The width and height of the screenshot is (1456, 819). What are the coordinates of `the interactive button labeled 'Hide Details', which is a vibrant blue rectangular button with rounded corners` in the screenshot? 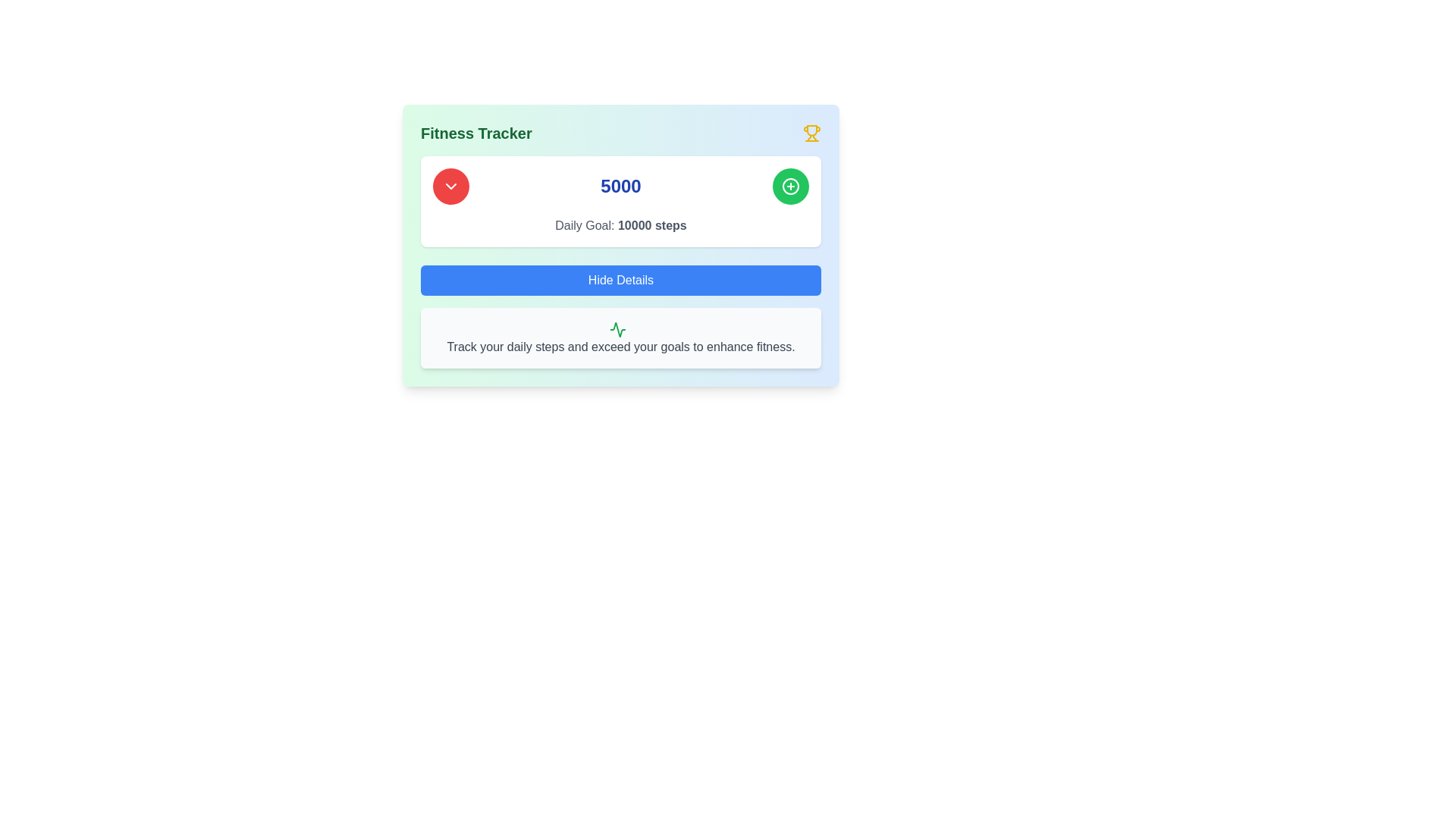 It's located at (621, 281).